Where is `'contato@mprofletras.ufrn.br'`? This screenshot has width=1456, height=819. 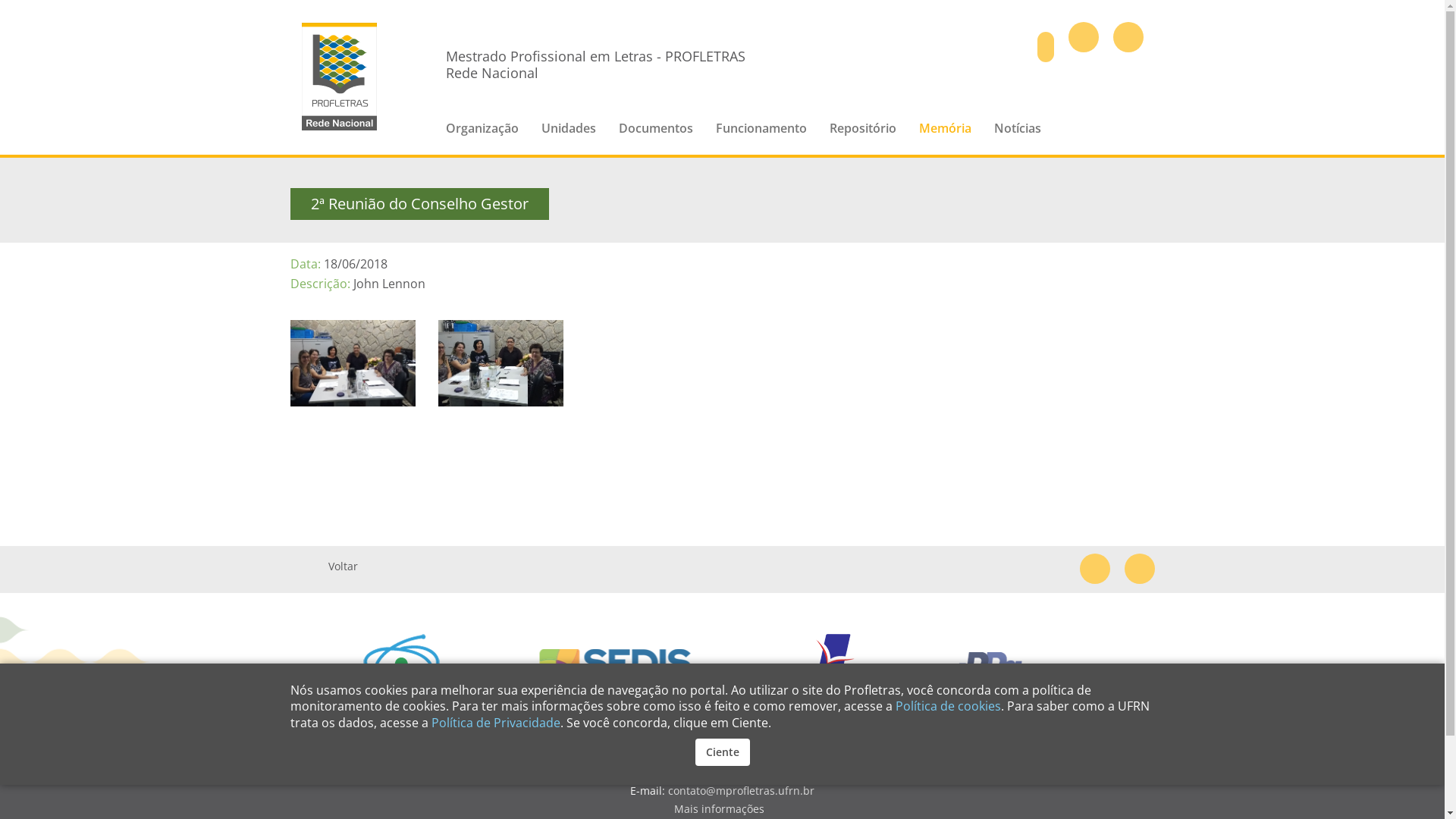 'contato@mprofletras.ufrn.br' is located at coordinates (741, 789).